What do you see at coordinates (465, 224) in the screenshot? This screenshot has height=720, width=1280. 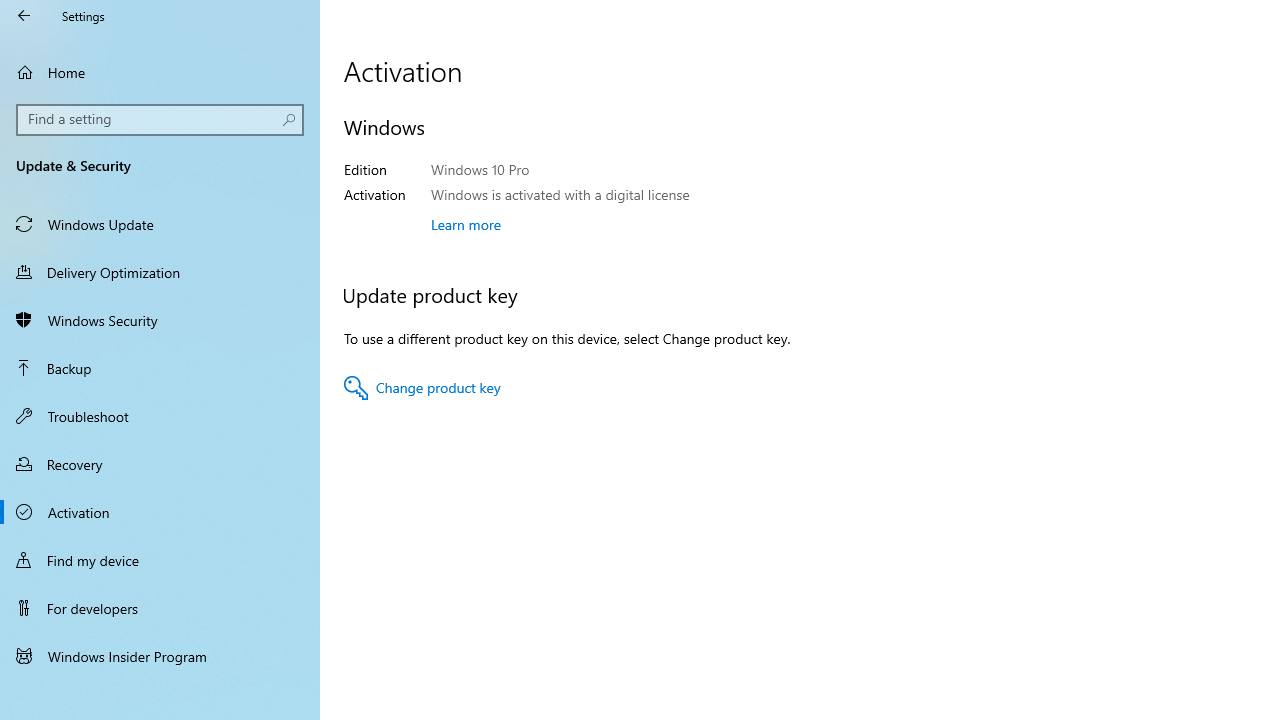 I see `'Learn more about Windows activation'` at bounding box center [465, 224].